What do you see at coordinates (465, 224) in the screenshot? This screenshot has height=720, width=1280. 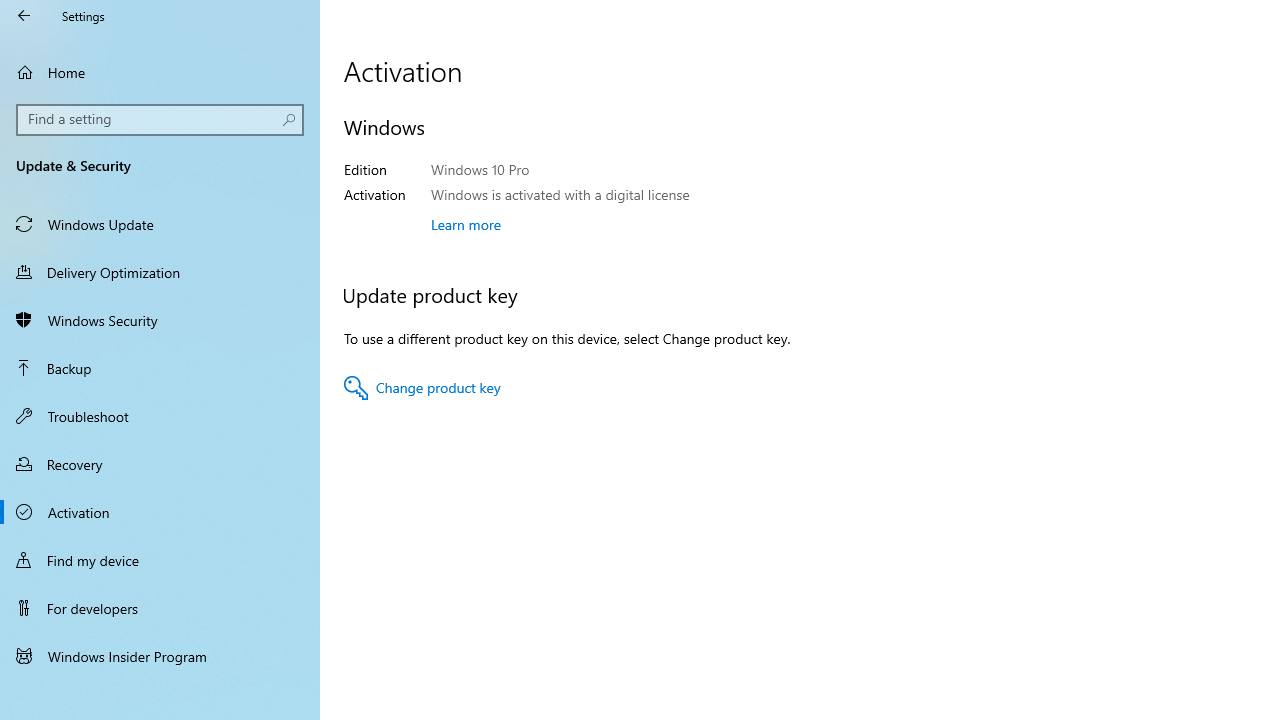 I see `'Learn more about Windows activation'` at bounding box center [465, 224].